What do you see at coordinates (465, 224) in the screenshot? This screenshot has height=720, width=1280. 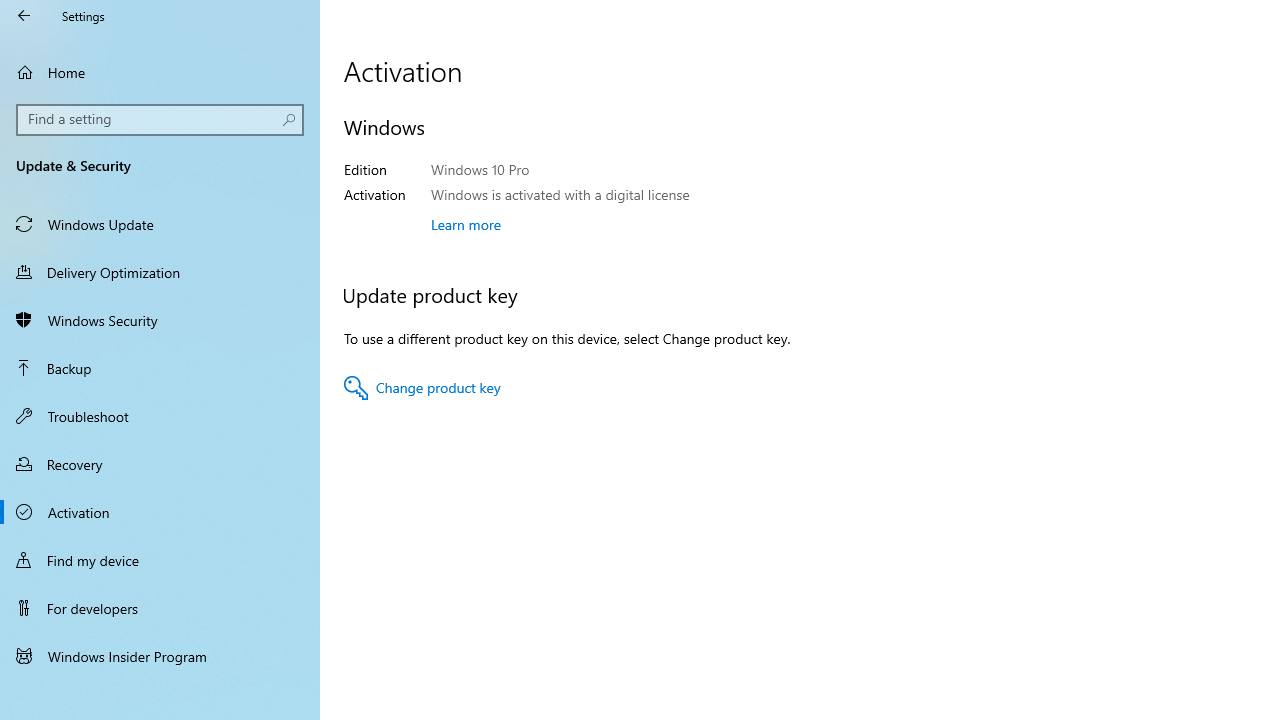 I see `'Learn more about Windows activation'` at bounding box center [465, 224].